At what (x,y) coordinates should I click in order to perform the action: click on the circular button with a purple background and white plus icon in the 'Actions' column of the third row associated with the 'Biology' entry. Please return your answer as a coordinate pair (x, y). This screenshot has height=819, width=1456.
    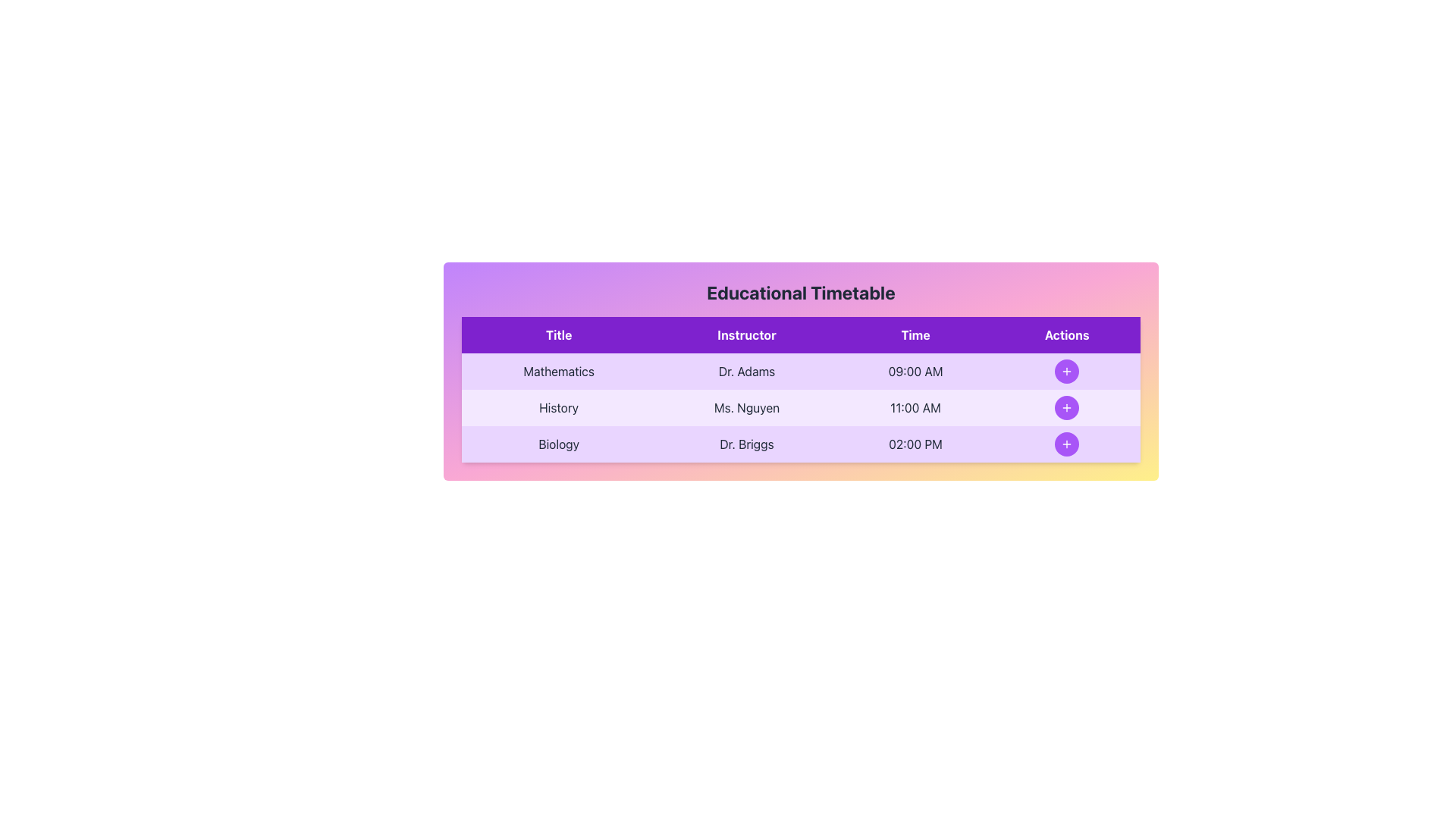
    Looking at the image, I should click on (1066, 444).